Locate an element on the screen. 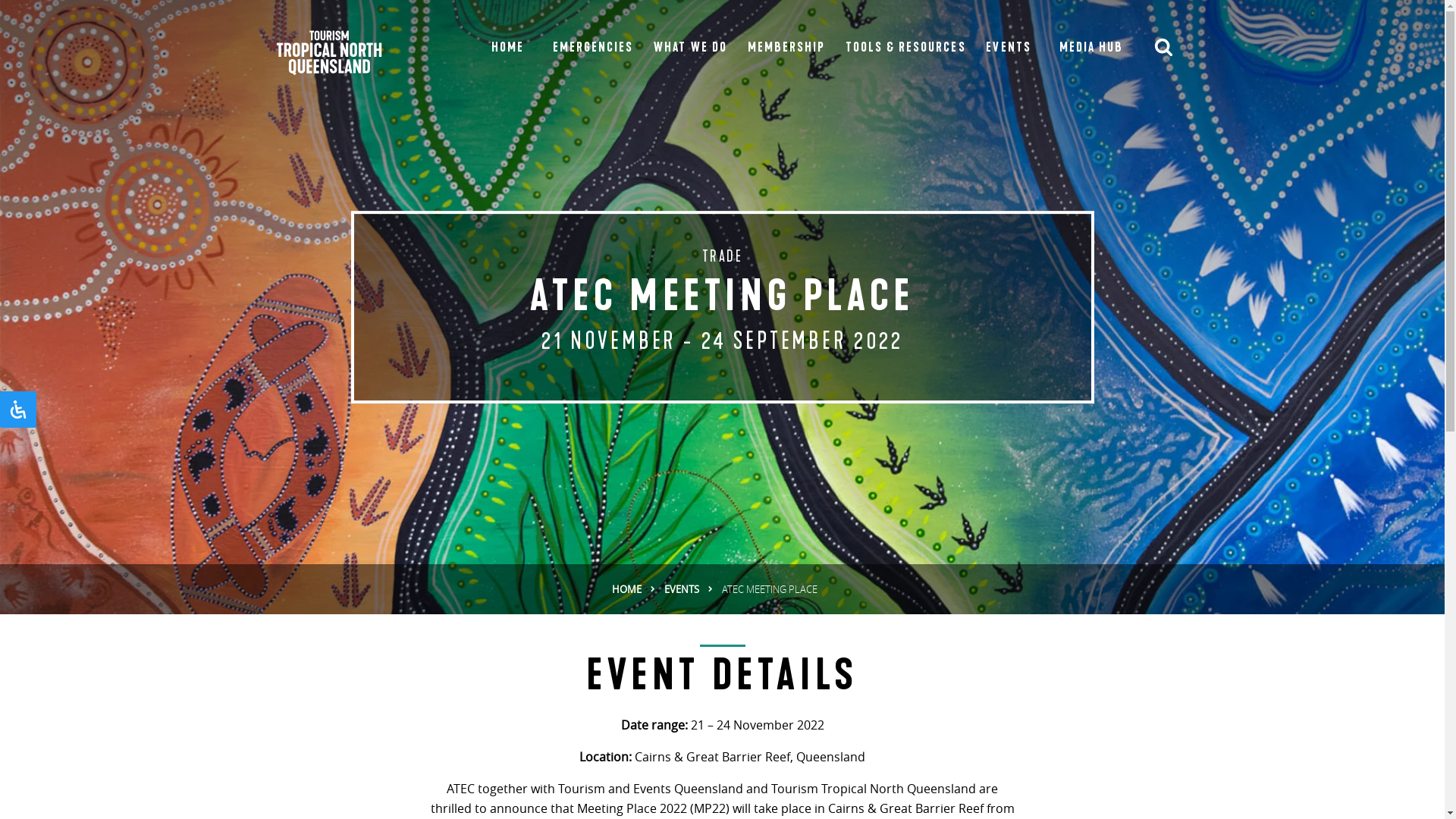 Image resolution: width=1456 pixels, height=819 pixels. 'HOME' is located at coordinates (626, 589).